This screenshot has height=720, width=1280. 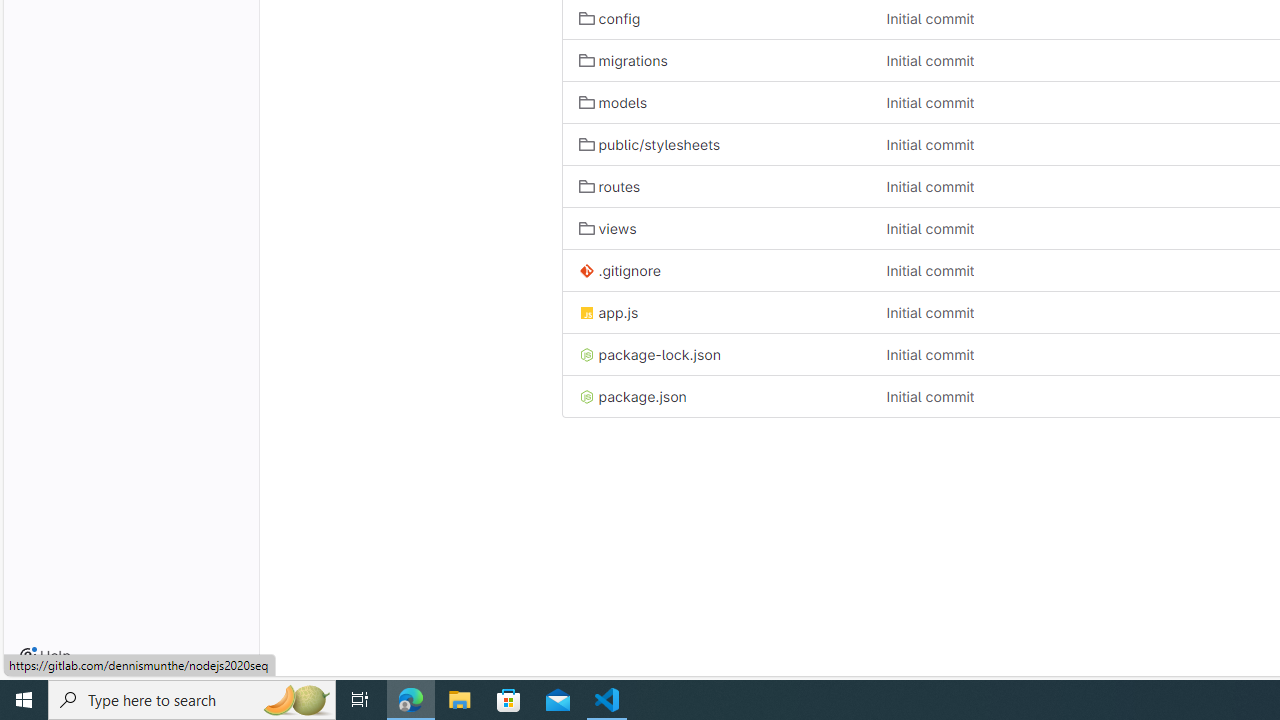 What do you see at coordinates (716, 353) in the screenshot?
I see `'package-lock.json'` at bounding box center [716, 353].